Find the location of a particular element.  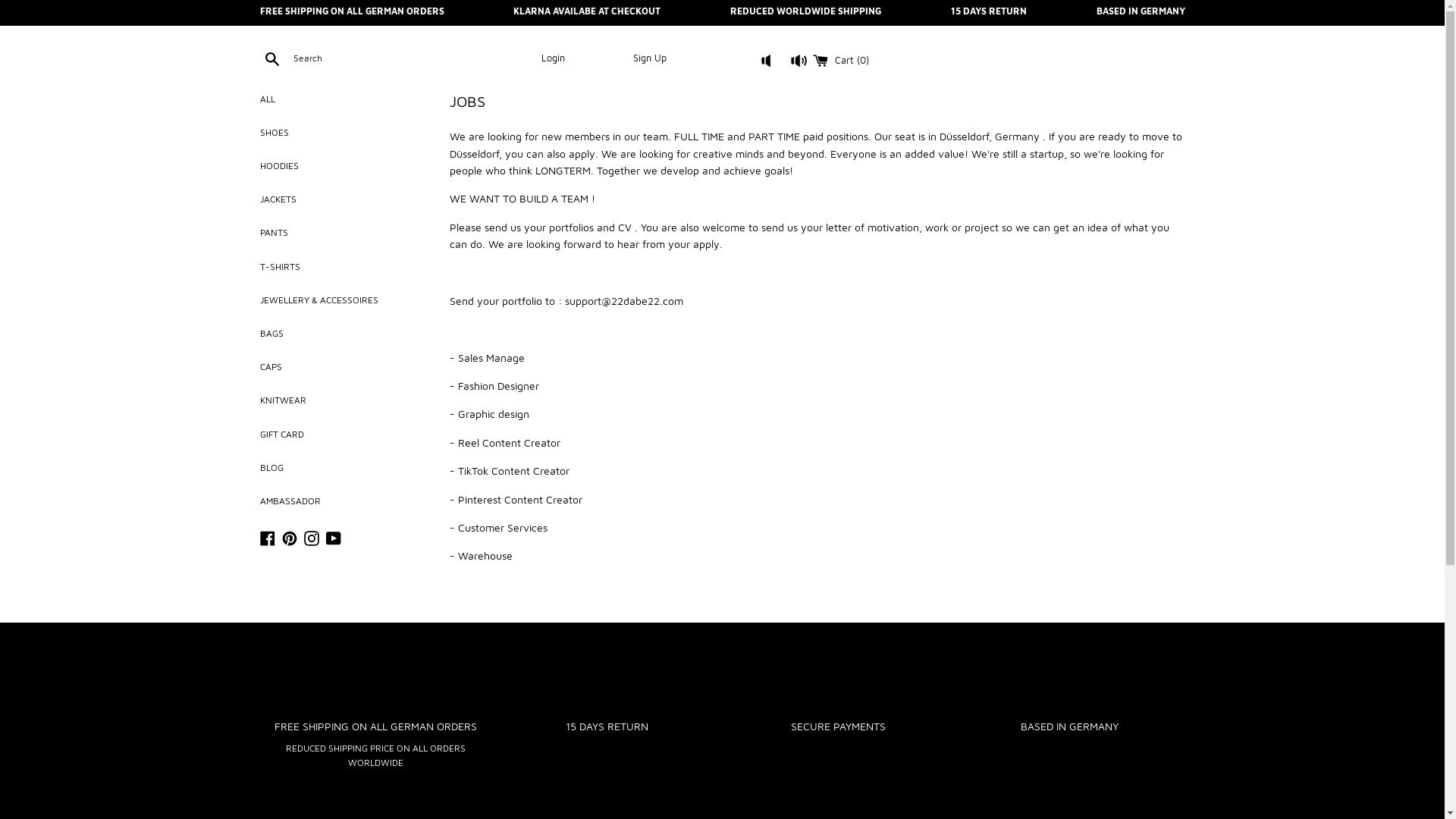

'GIFT CARD' is located at coordinates (341, 434).